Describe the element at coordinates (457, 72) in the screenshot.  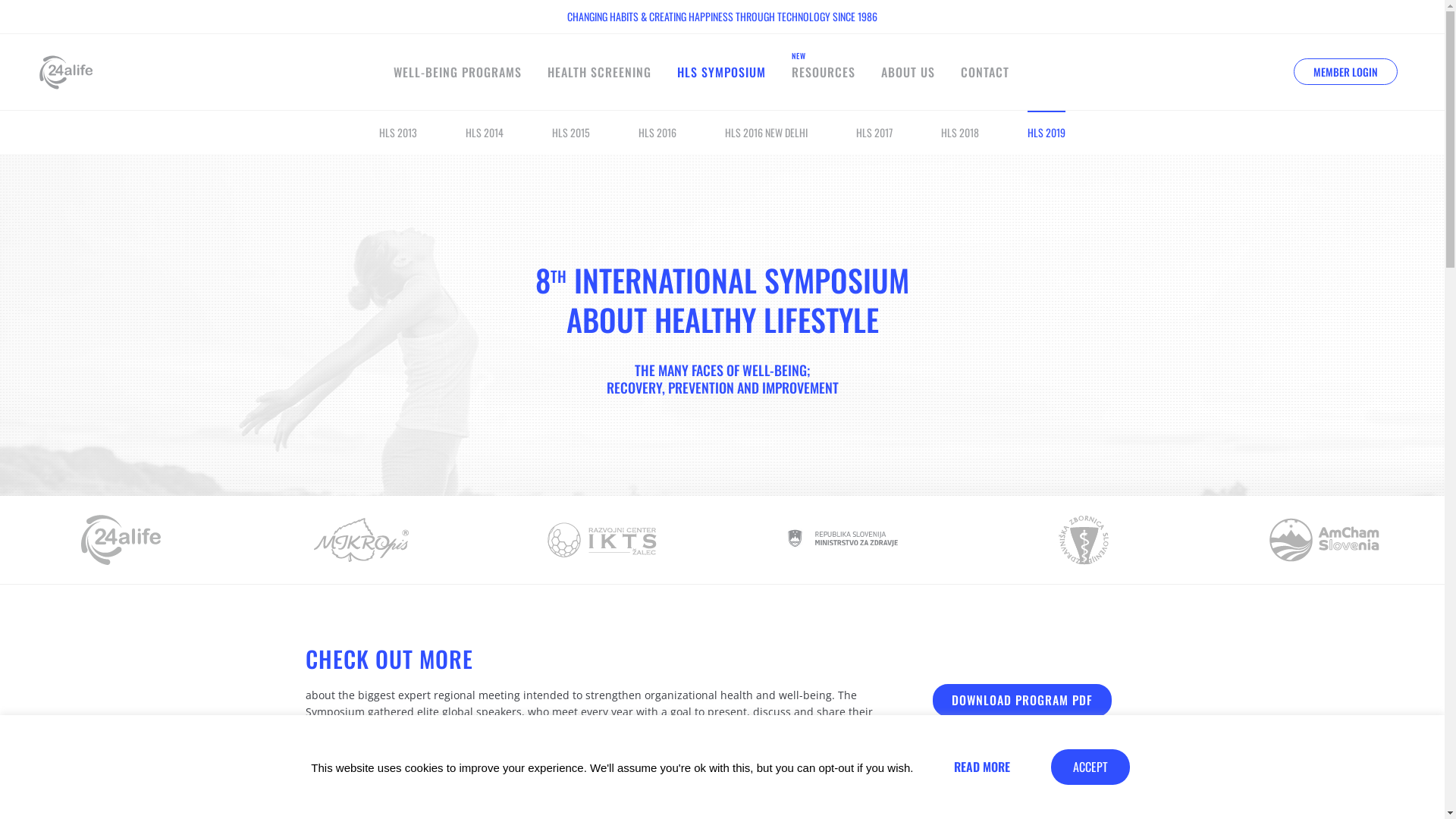
I see `'WELL-BEING PROGRAMS'` at that location.